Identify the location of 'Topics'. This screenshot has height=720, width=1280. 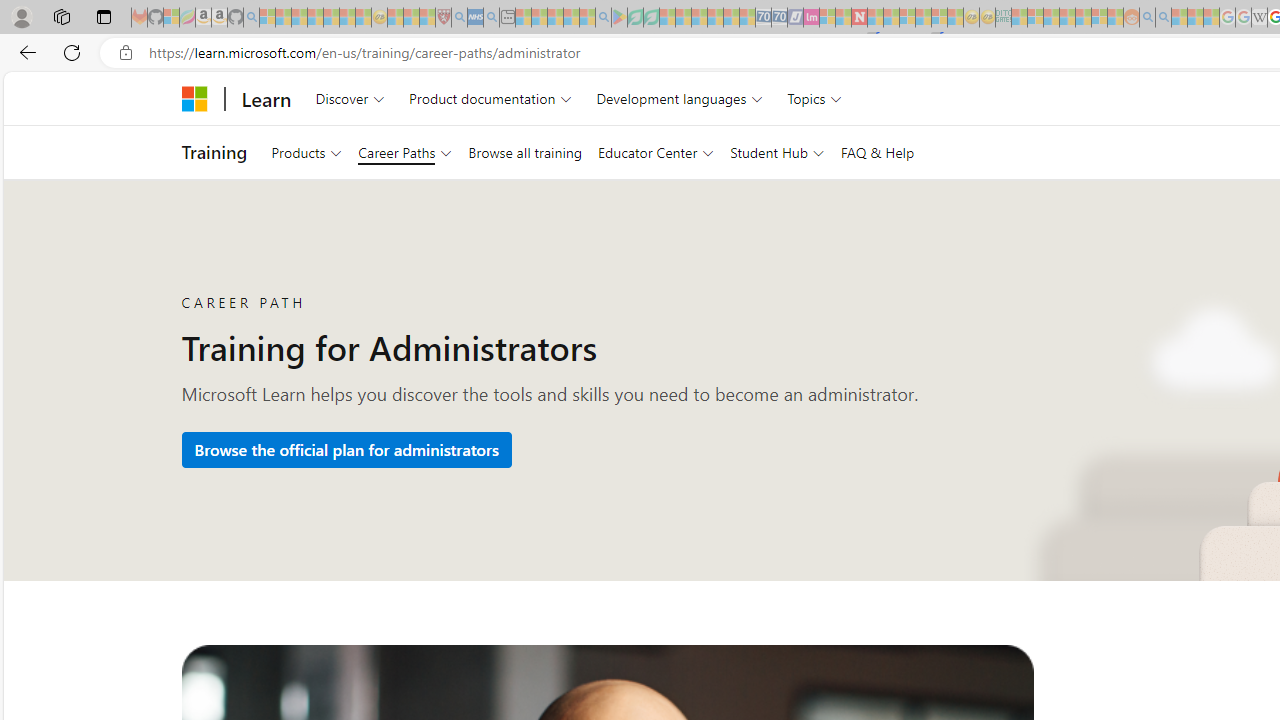
(815, 98).